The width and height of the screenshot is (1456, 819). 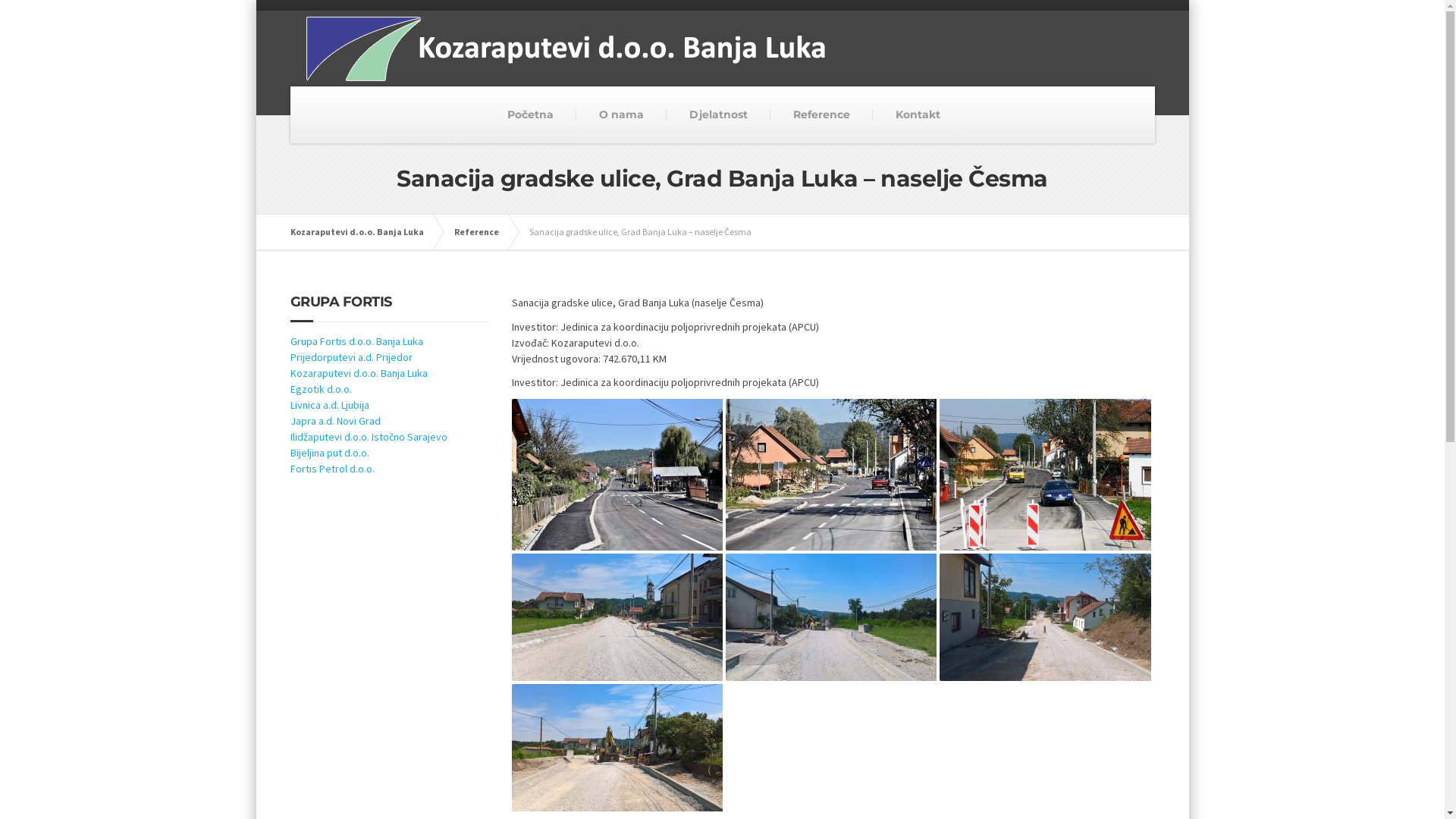 What do you see at coordinates (621, 114) in the screenshot?
I see `'O nama'` at bounding box center [621, 114].